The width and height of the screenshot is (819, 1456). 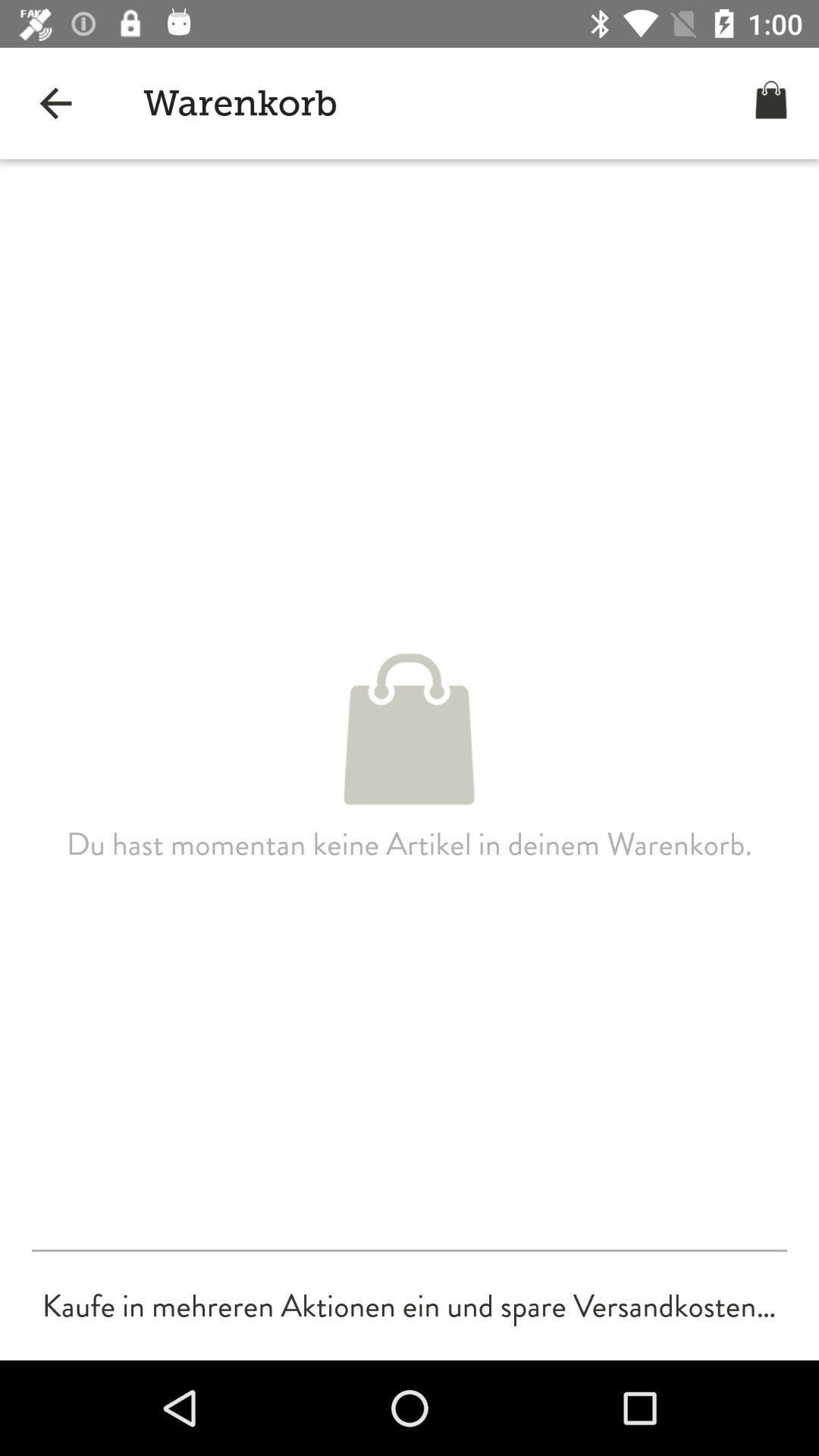 I want to click on the icon above du hast momentan, so click(x=55, y=102).